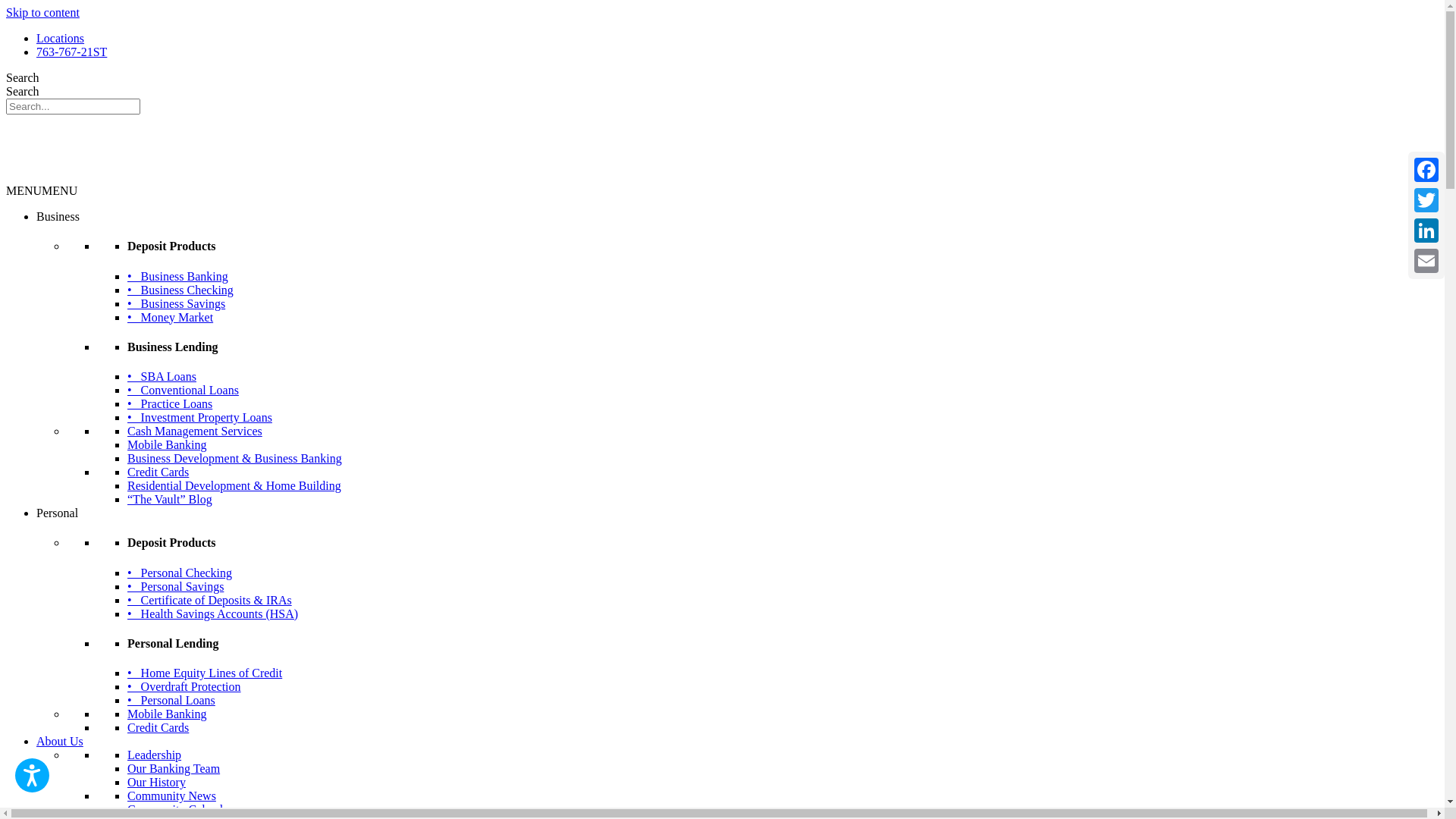 The image size is (1456, 819). What do you see at coordinates (127, 768) in the screenshot?
I see `'Our Banking Team'` at bounding box center [127, 768].